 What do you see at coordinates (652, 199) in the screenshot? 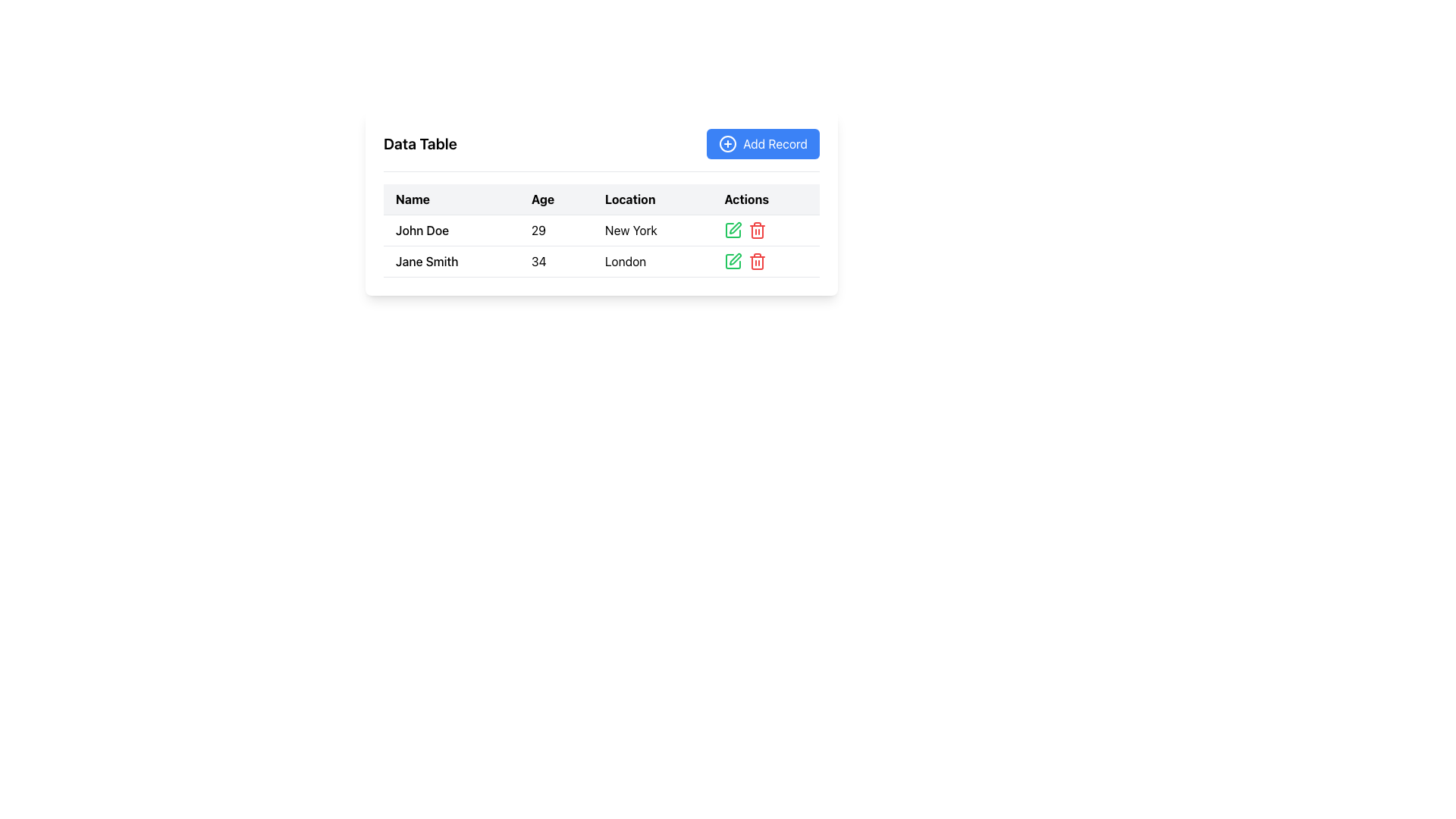
I see `the Header cell in the third column of the table, which indicates location information, positioned between the 'Age' and 'Actions' headers` at bounding box center [652, 199].